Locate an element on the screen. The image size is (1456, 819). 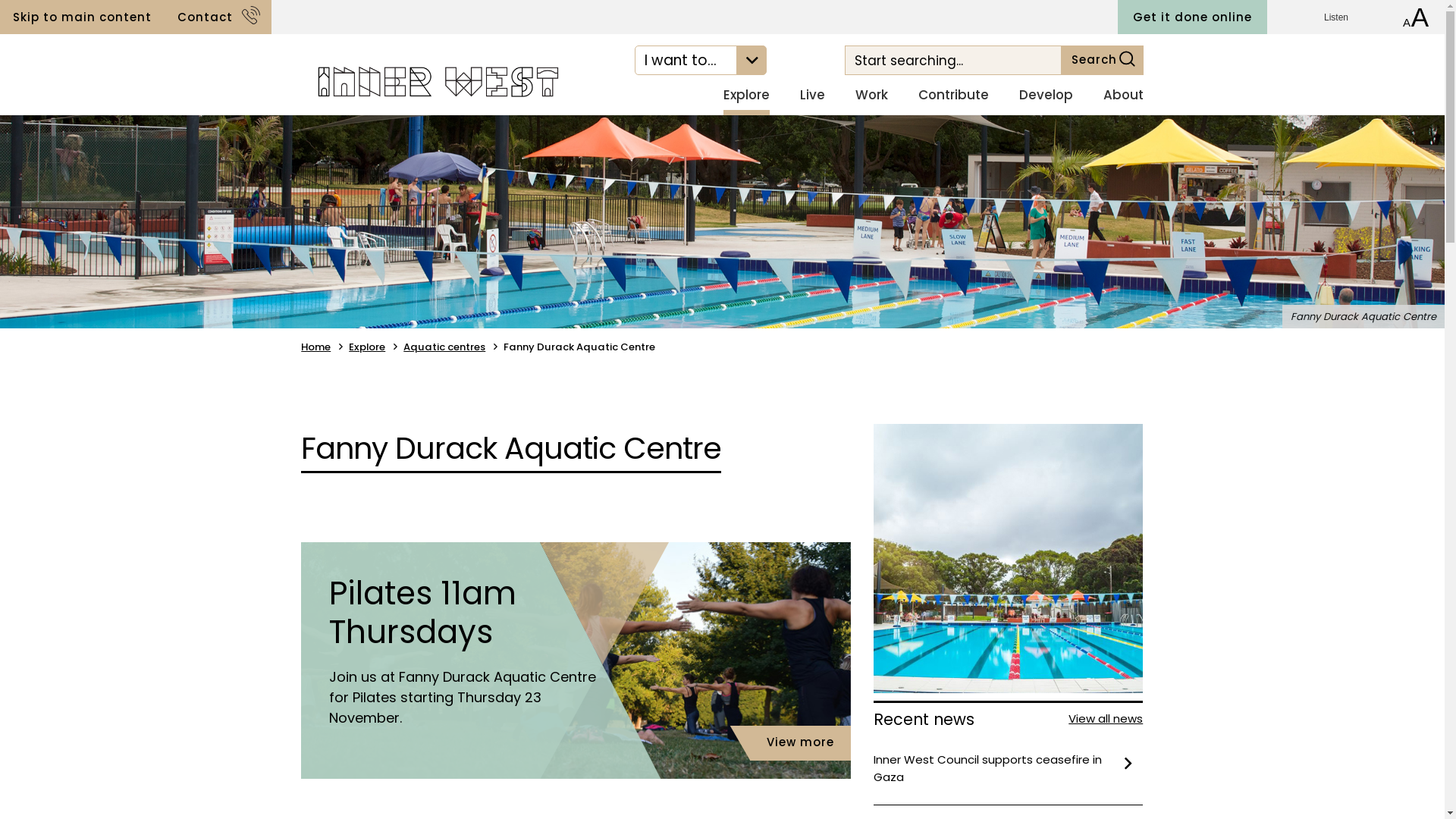
'View all news' is located at coordinates (1106, 717).